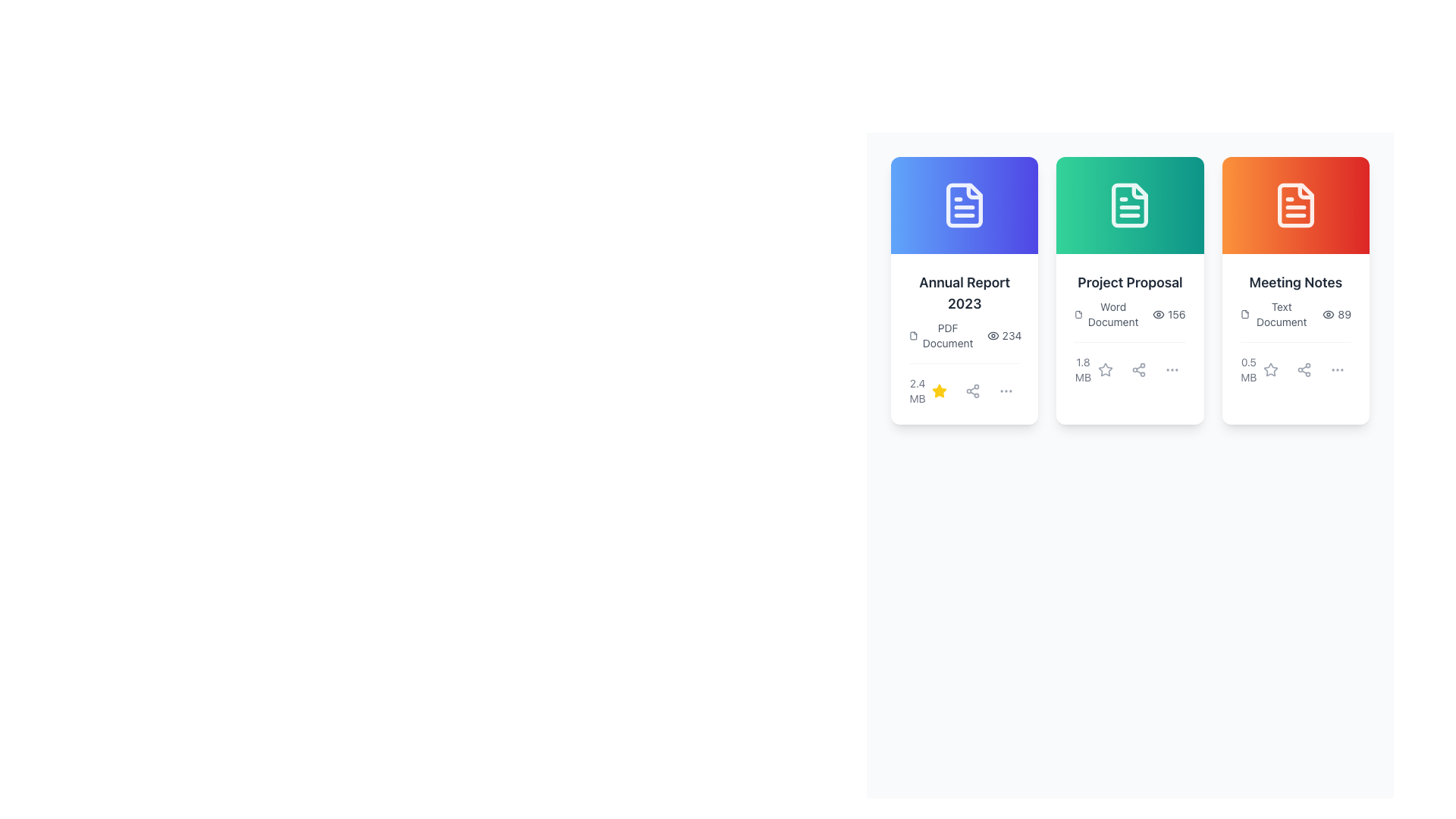 The width and height of the screenshot is (1456, 819). I want to click on the small eye icon with a gray outline, which is positioned to the left of the numeric text '89' in the 'Meeting Notes' card, so click(1328, 314).